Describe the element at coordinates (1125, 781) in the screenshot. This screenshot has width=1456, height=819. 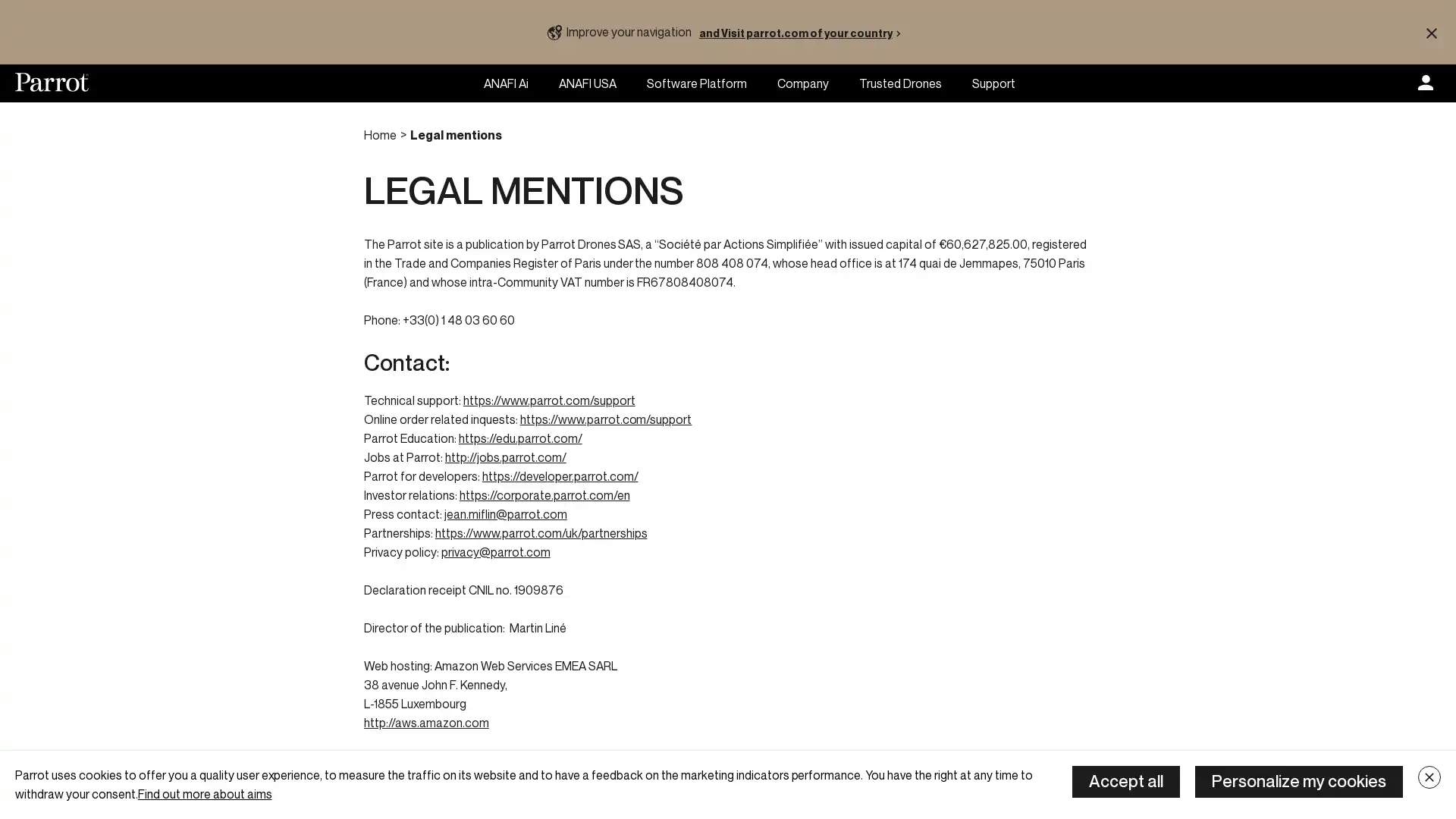
I see `Accept all` at that location.